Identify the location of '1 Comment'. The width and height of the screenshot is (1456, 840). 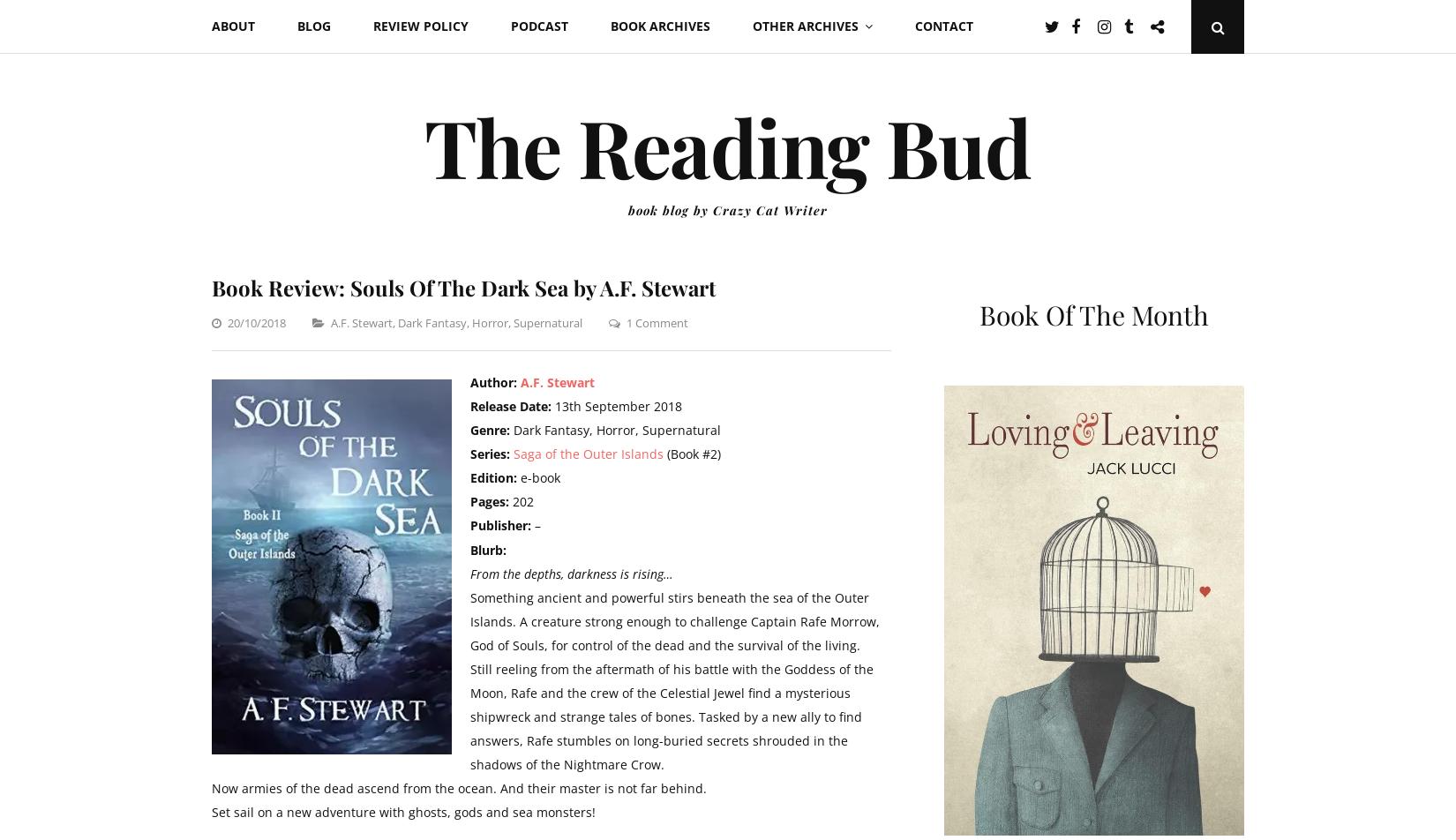
(625, 323).